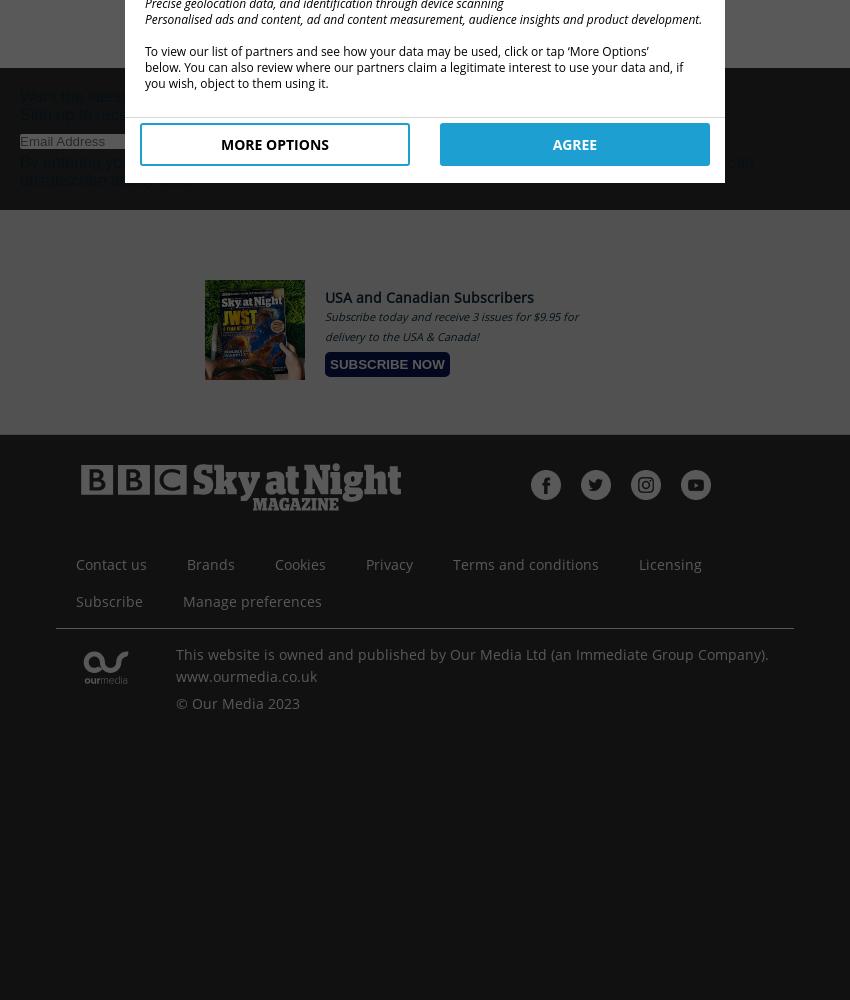 The height and width of the screenshot is (1000, 850). Describe the element at coordinates (387, 362) in the screenshot. I see `'SUBSCRIBE NOW'` at that location.